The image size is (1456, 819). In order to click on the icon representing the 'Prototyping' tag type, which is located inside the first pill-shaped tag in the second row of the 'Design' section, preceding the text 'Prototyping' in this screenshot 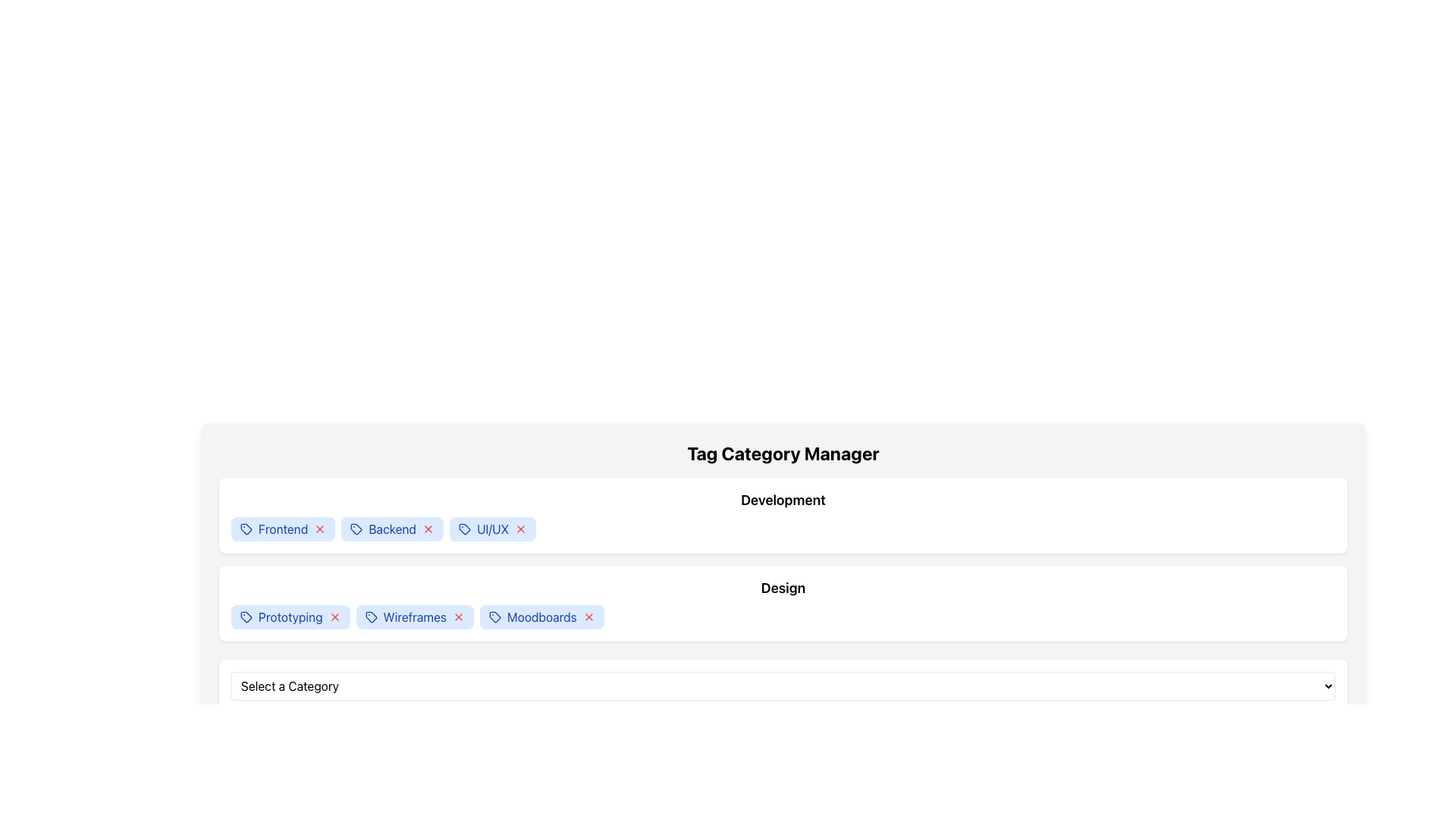, I will do `click(246, 617)`.